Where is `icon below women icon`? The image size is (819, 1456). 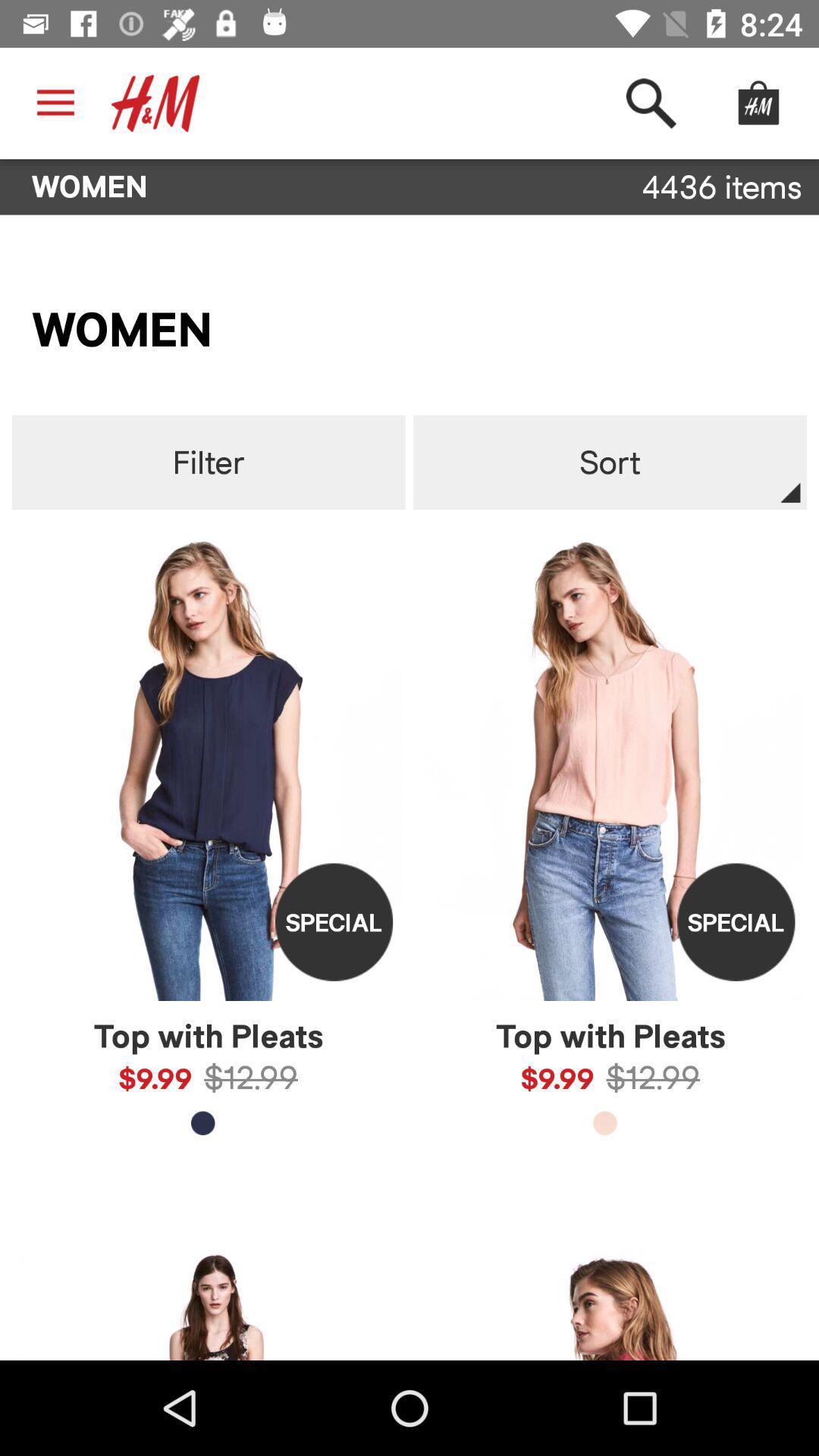 icon below women icon is located at coordinates (209, 462).